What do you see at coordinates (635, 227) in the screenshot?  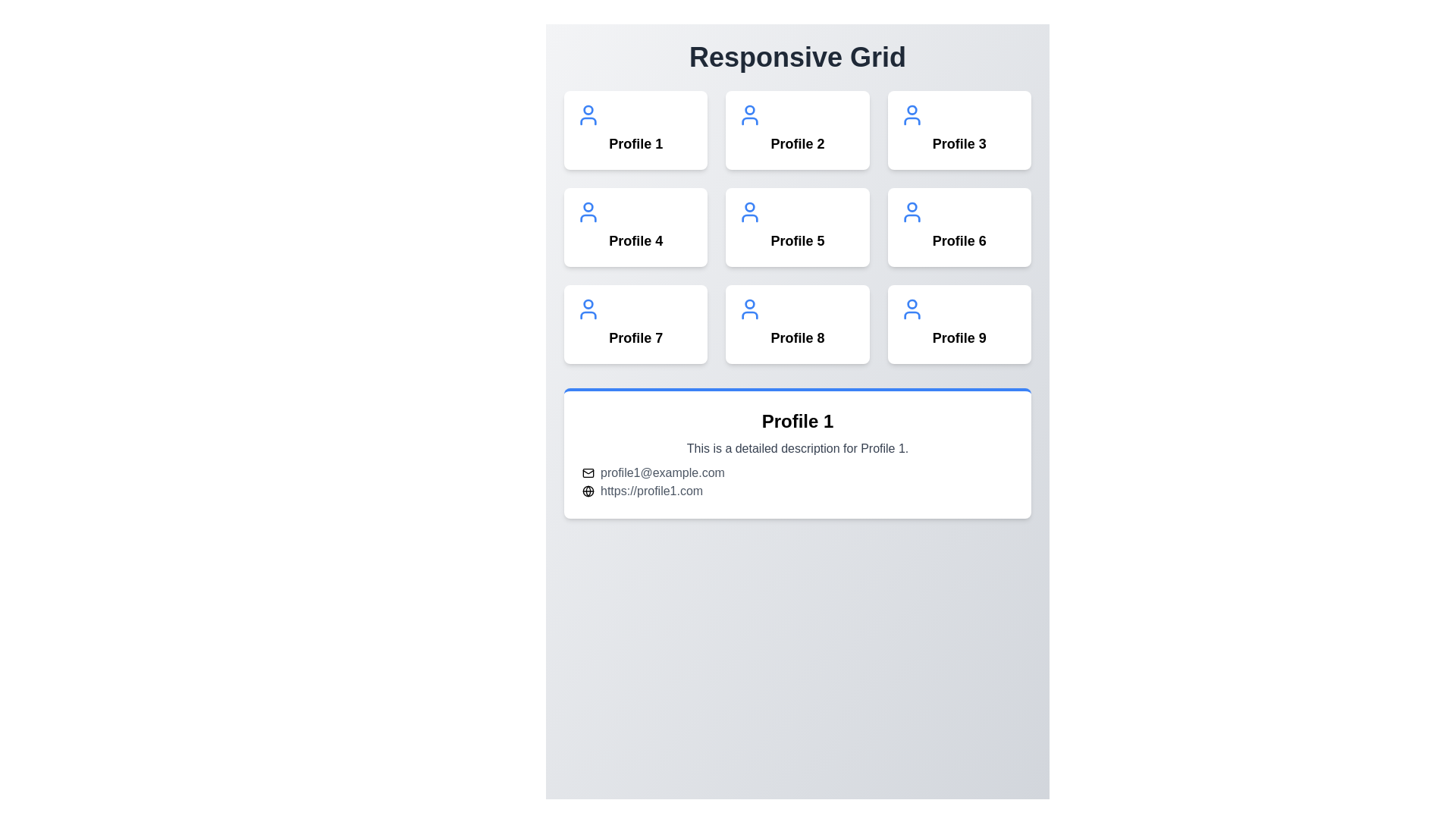 I see `the rectangular card with a white background and rounded corners that contains the user icon in blue and the bold text 'Profile 4' to observe visual or functional changes` at bounding box center [635, 227].